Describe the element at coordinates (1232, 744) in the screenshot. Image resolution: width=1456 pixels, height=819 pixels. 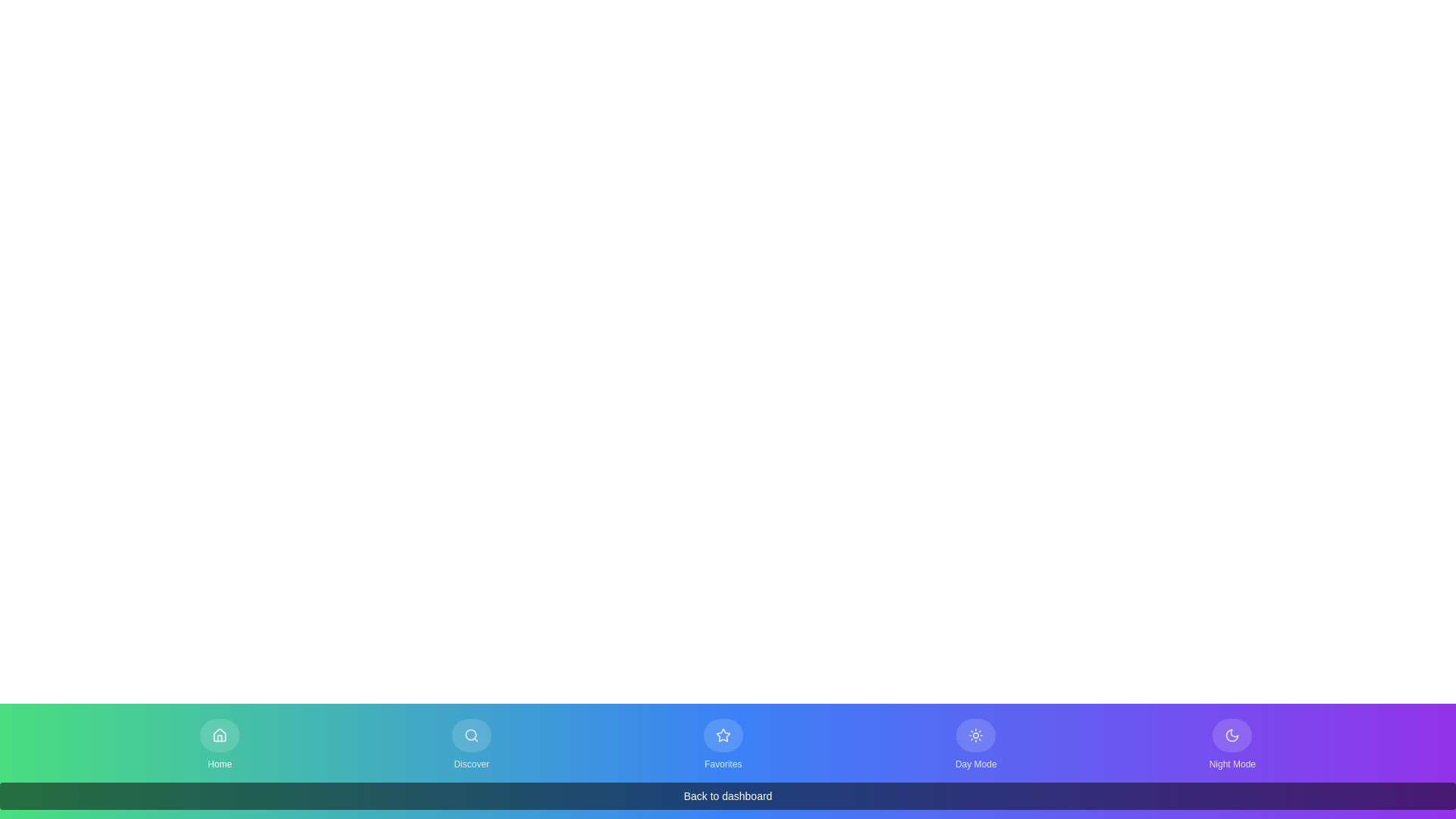
I see `the button labeled Night Mode to observe its hover state change` at that location.